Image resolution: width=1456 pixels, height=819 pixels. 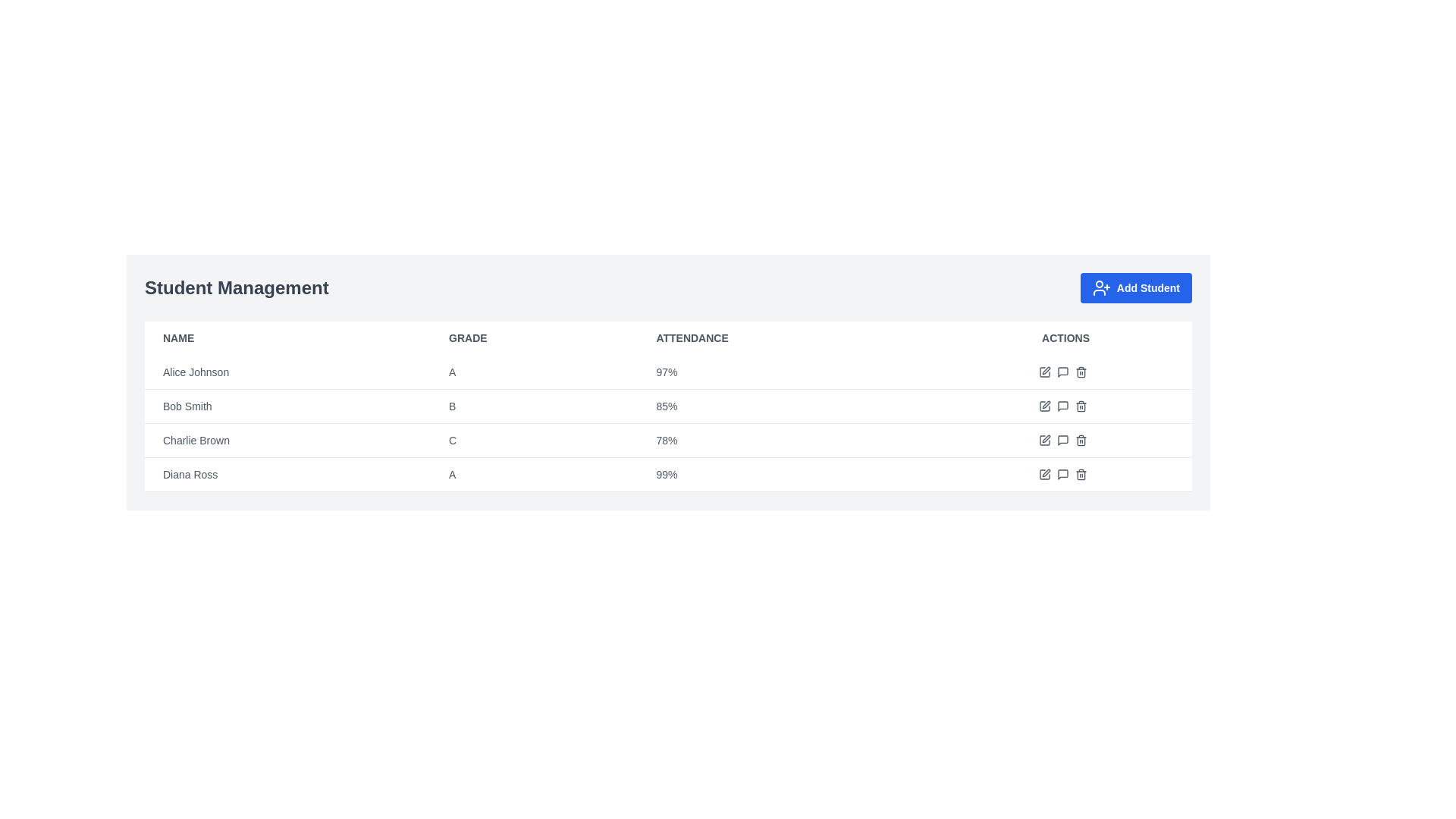 I want to click on the delete button in the 'ACTIONS' column for the row corresponding to 'Bob Smith' to observe tooltip or visual feedback, so click(x=1080, y=406).